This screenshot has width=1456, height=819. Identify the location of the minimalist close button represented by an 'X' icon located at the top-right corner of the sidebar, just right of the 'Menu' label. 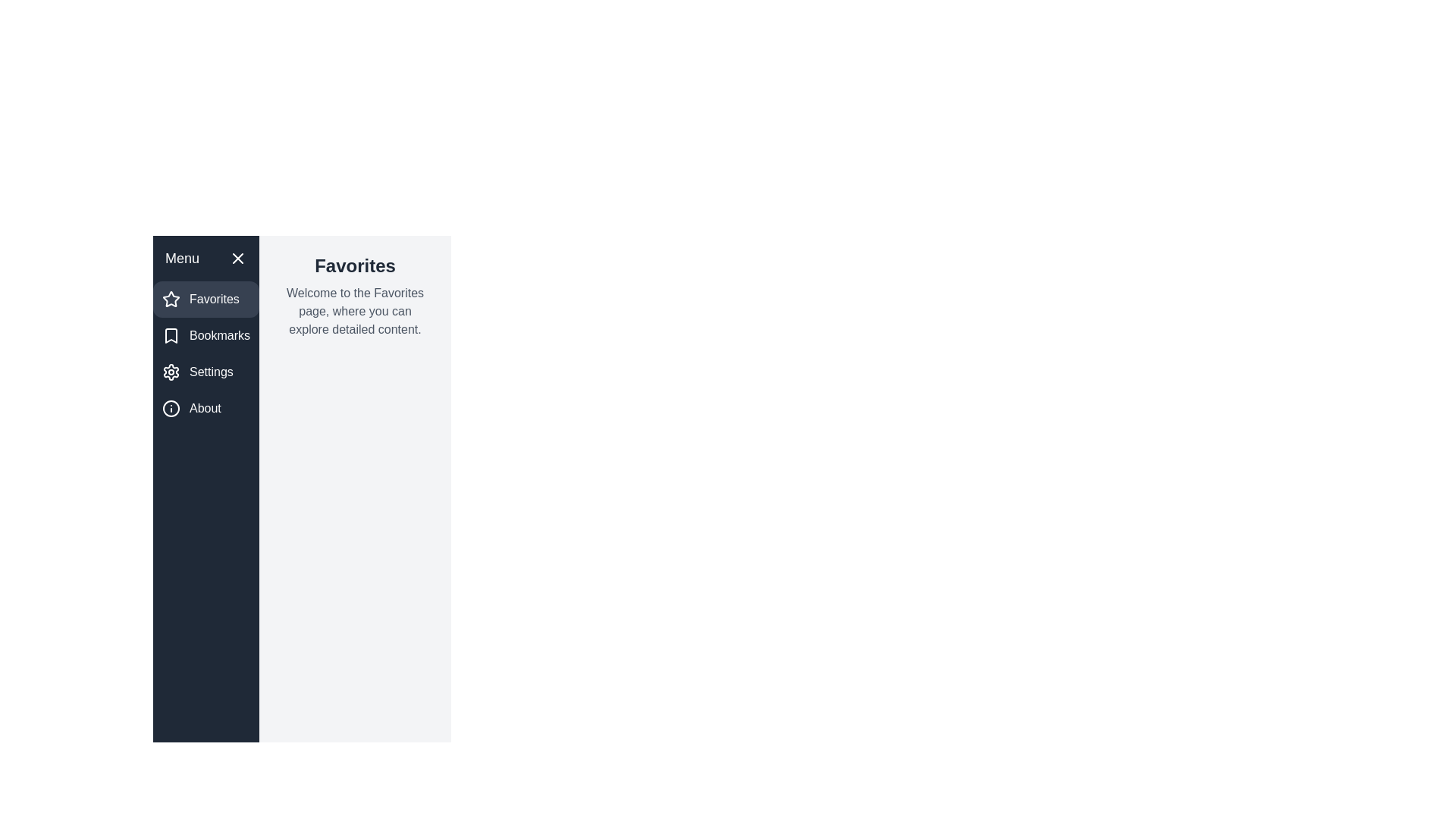
(237, 257).